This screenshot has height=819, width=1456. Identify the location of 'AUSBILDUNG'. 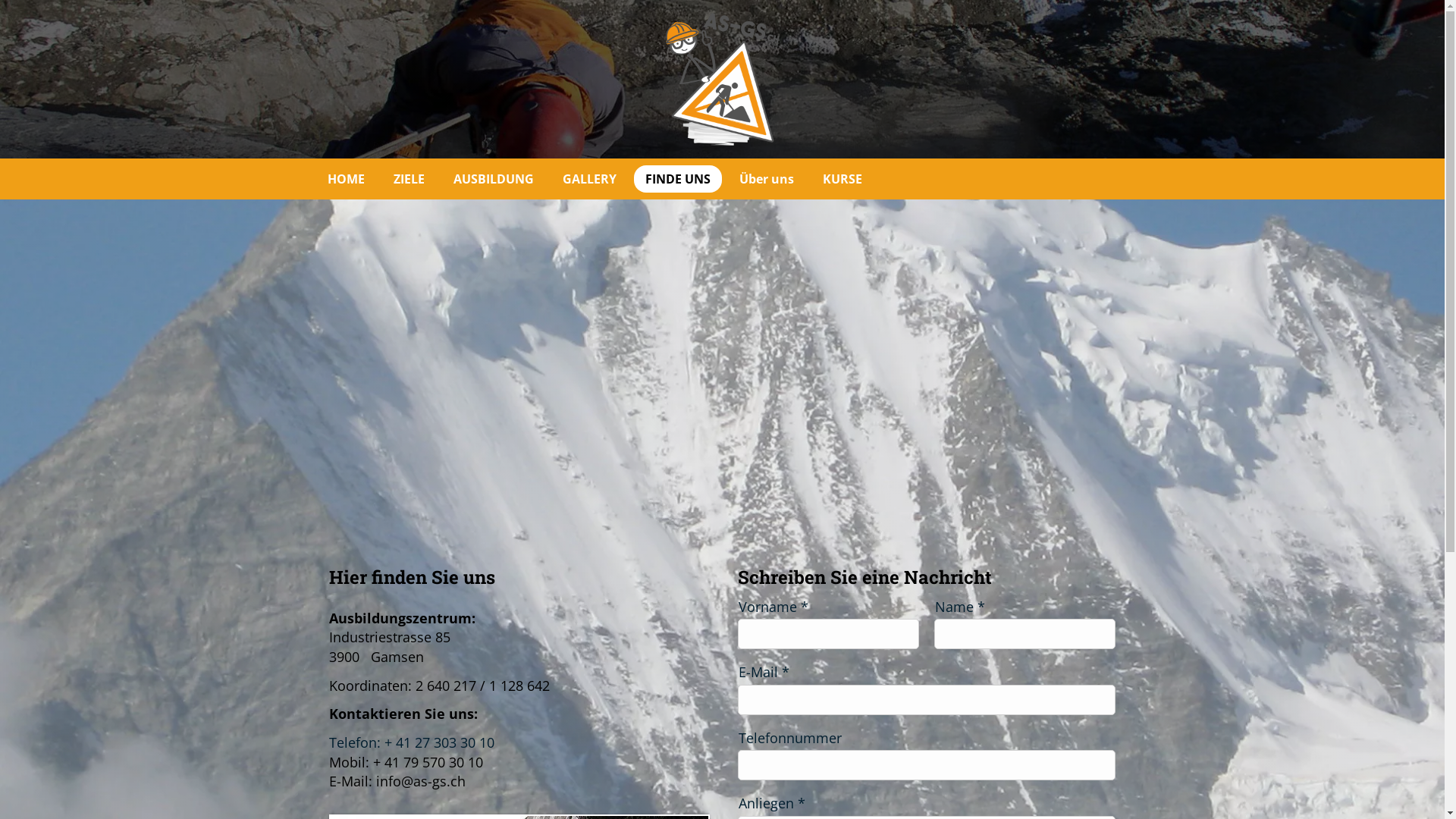
(492, 177).